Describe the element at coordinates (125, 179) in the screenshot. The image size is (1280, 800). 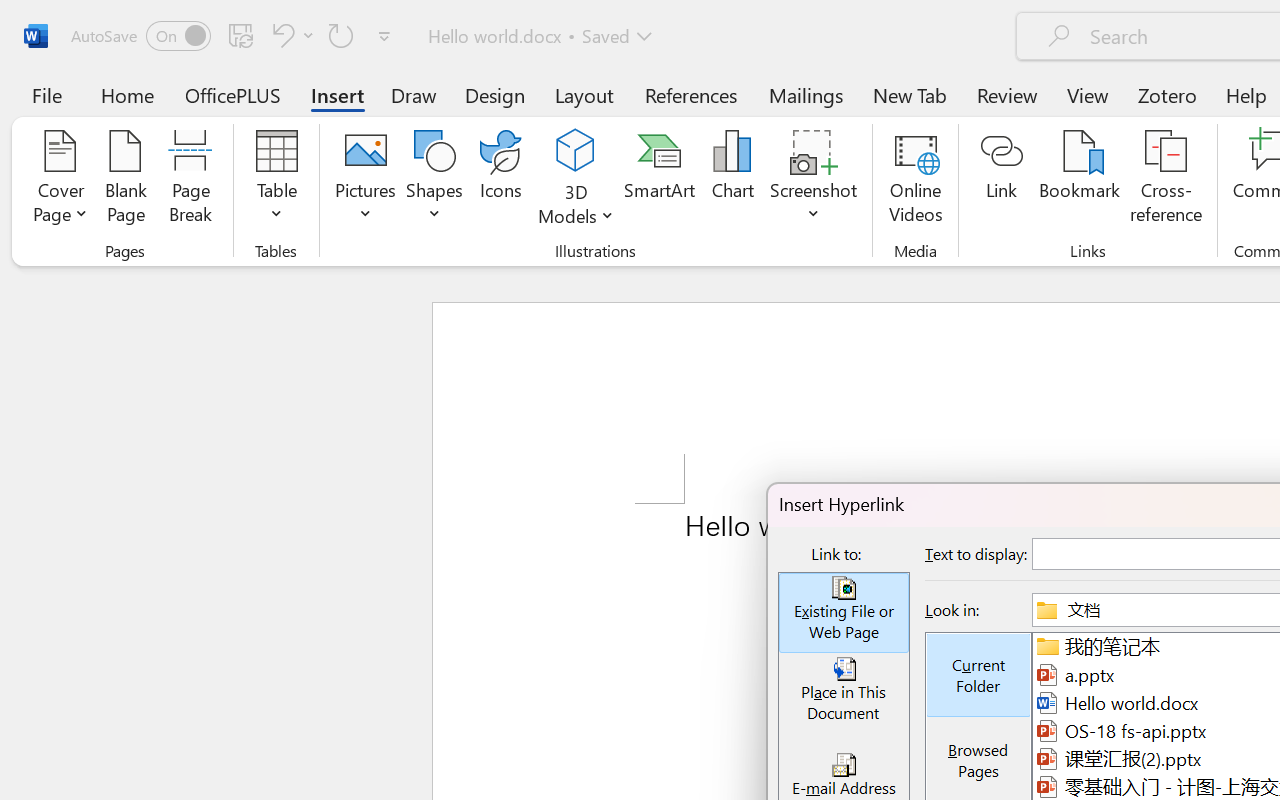
I see `'Blank Page'` at that location.